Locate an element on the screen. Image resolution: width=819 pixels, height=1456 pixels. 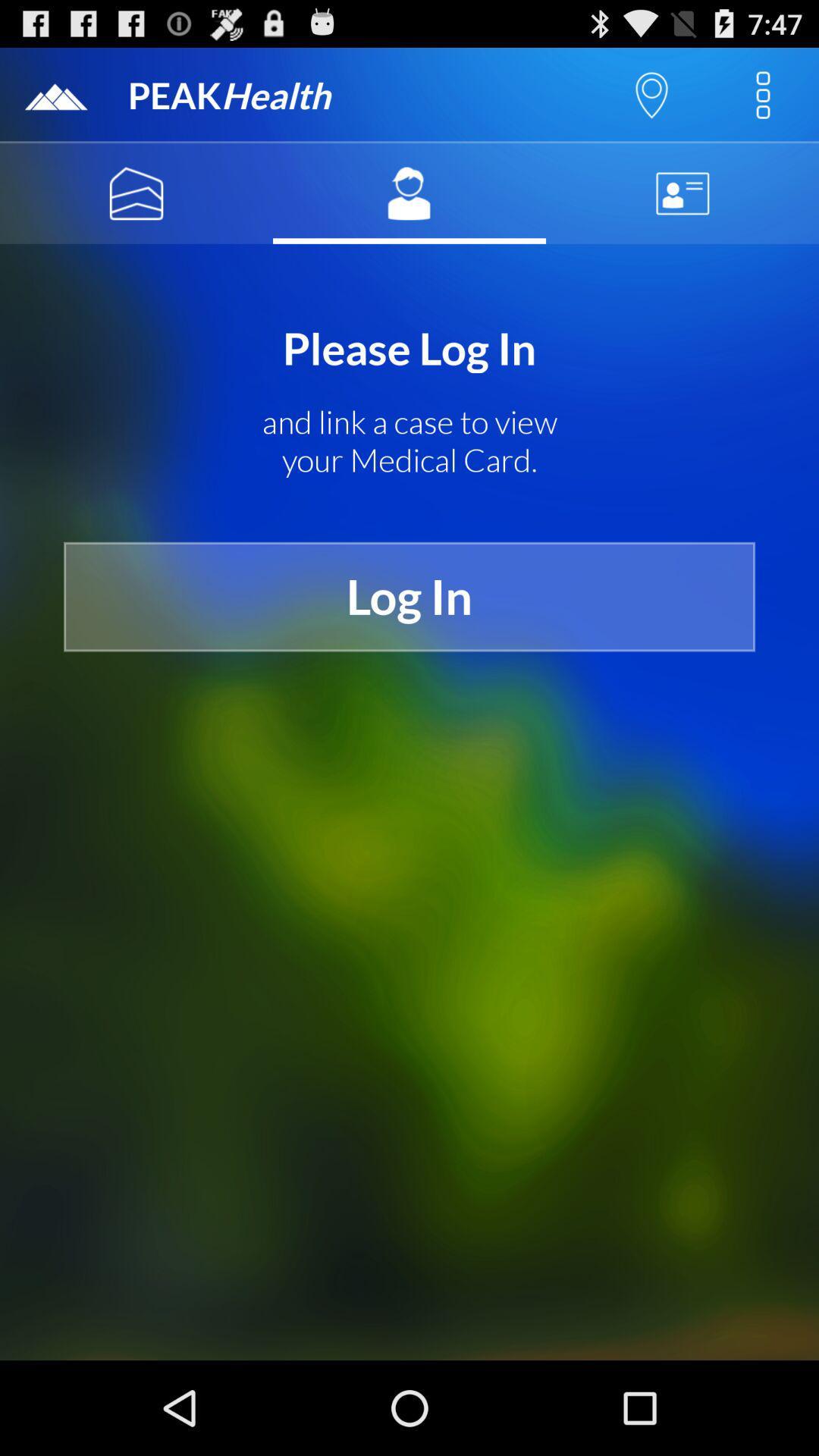
the item above please log in icon is located at coordinates (409, 193).